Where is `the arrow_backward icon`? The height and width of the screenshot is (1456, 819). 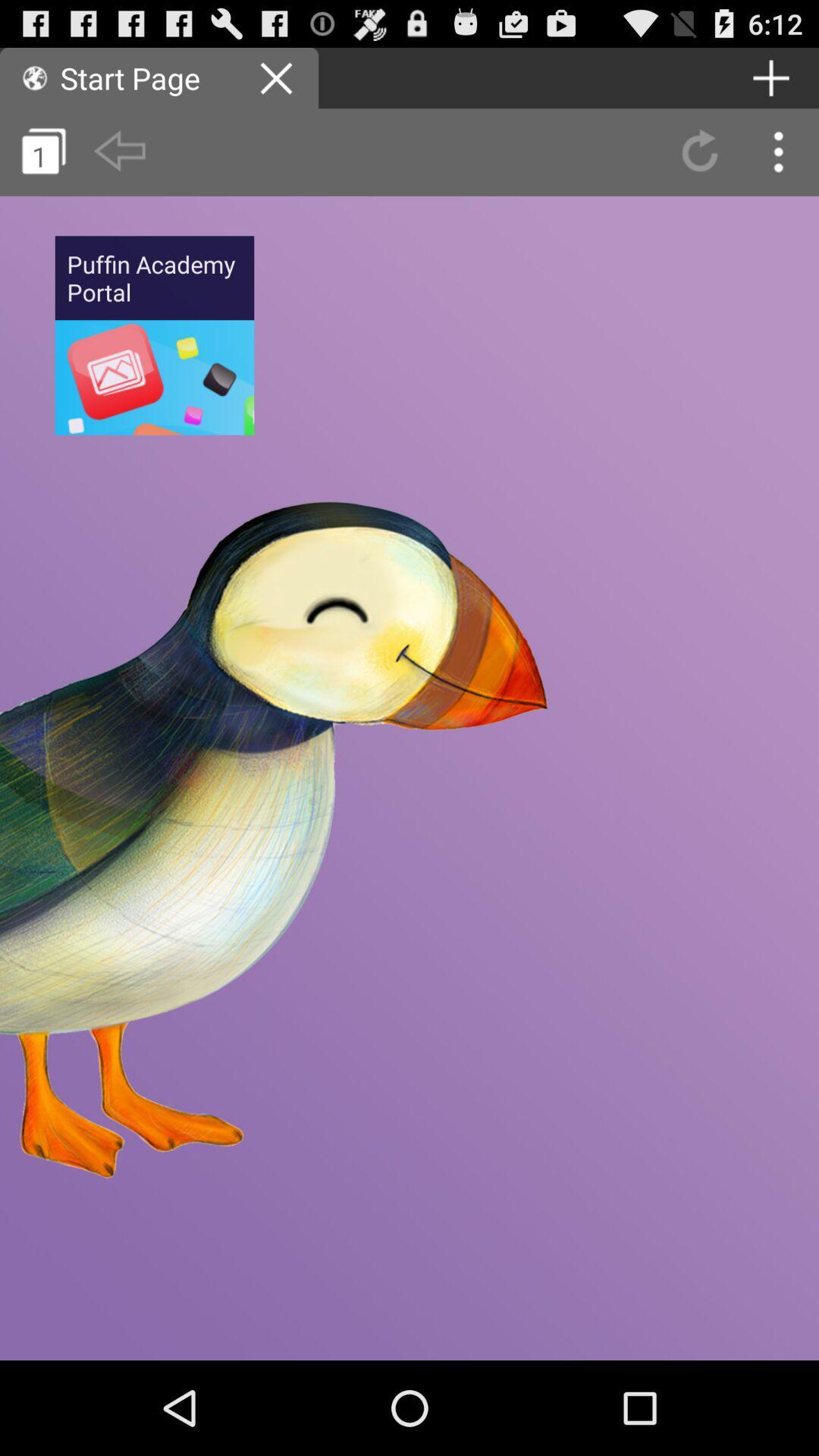
the arrow_backward icon is located at coordinates (118, 163).